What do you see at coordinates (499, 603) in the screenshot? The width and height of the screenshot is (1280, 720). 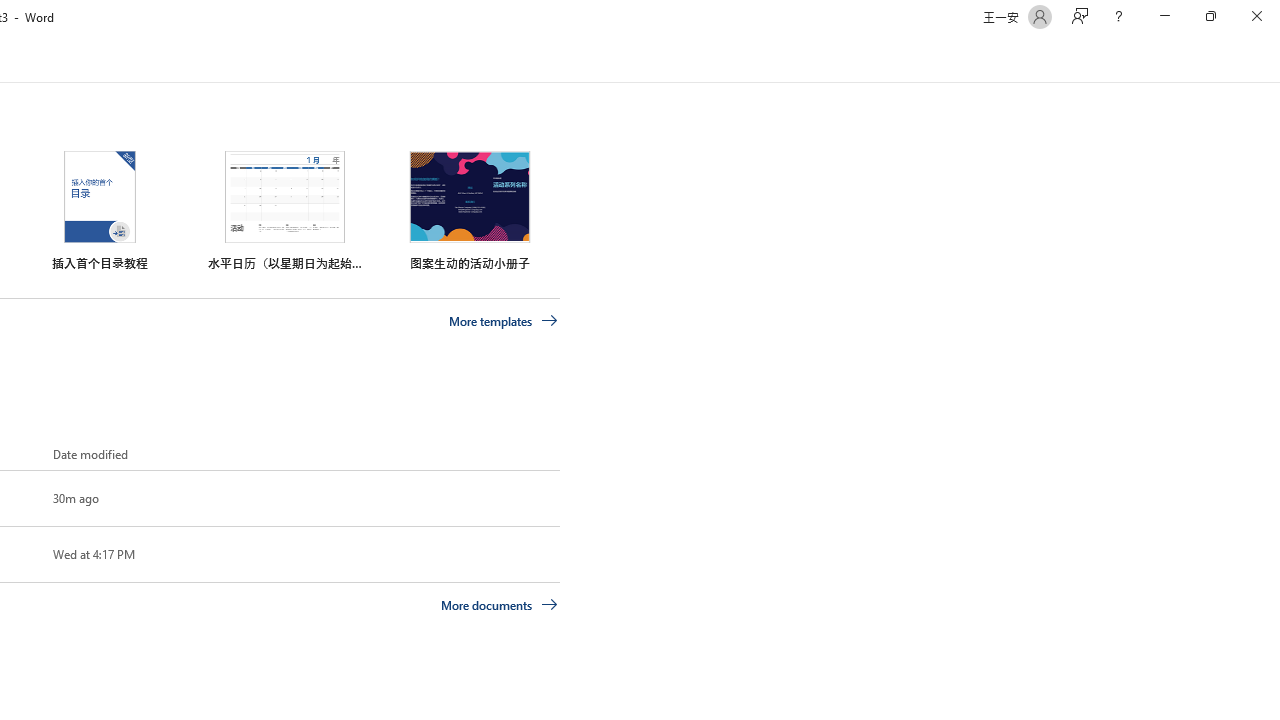 I see `'More documents'` at bounding box center [499, 603].